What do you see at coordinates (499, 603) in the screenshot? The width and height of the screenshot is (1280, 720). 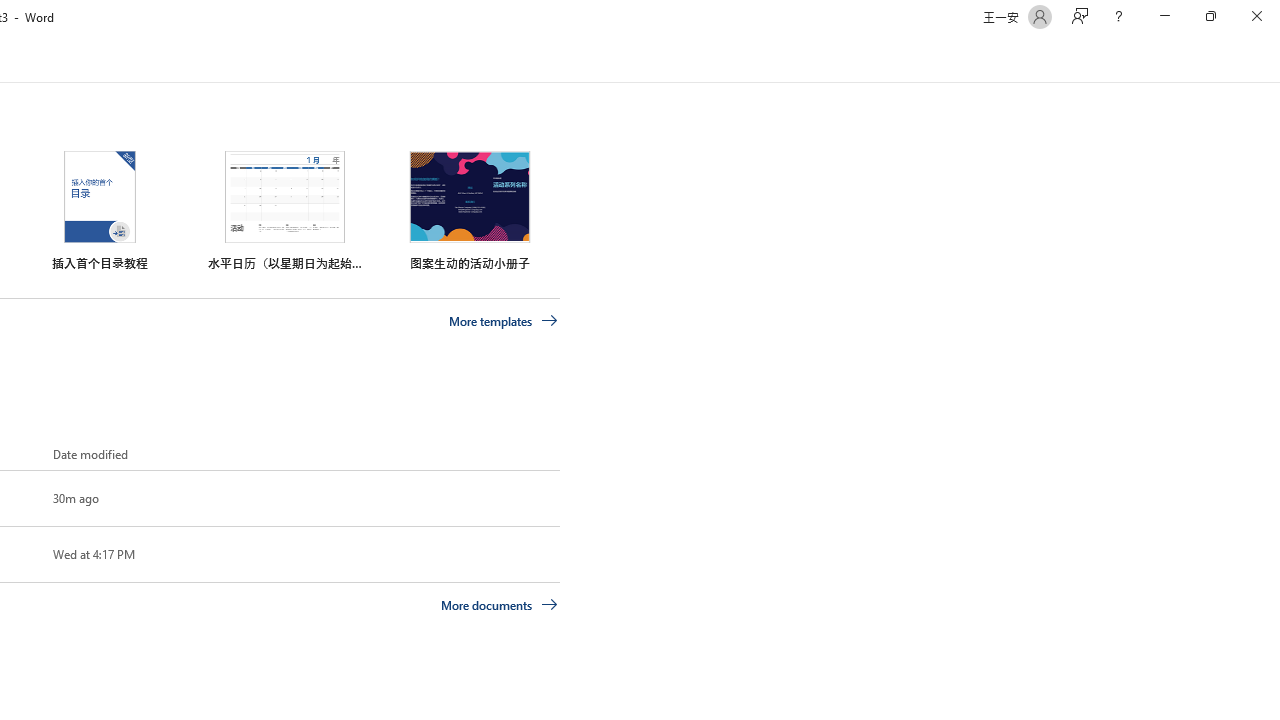 I see `'More documents'` at bounding box center [499, 603].